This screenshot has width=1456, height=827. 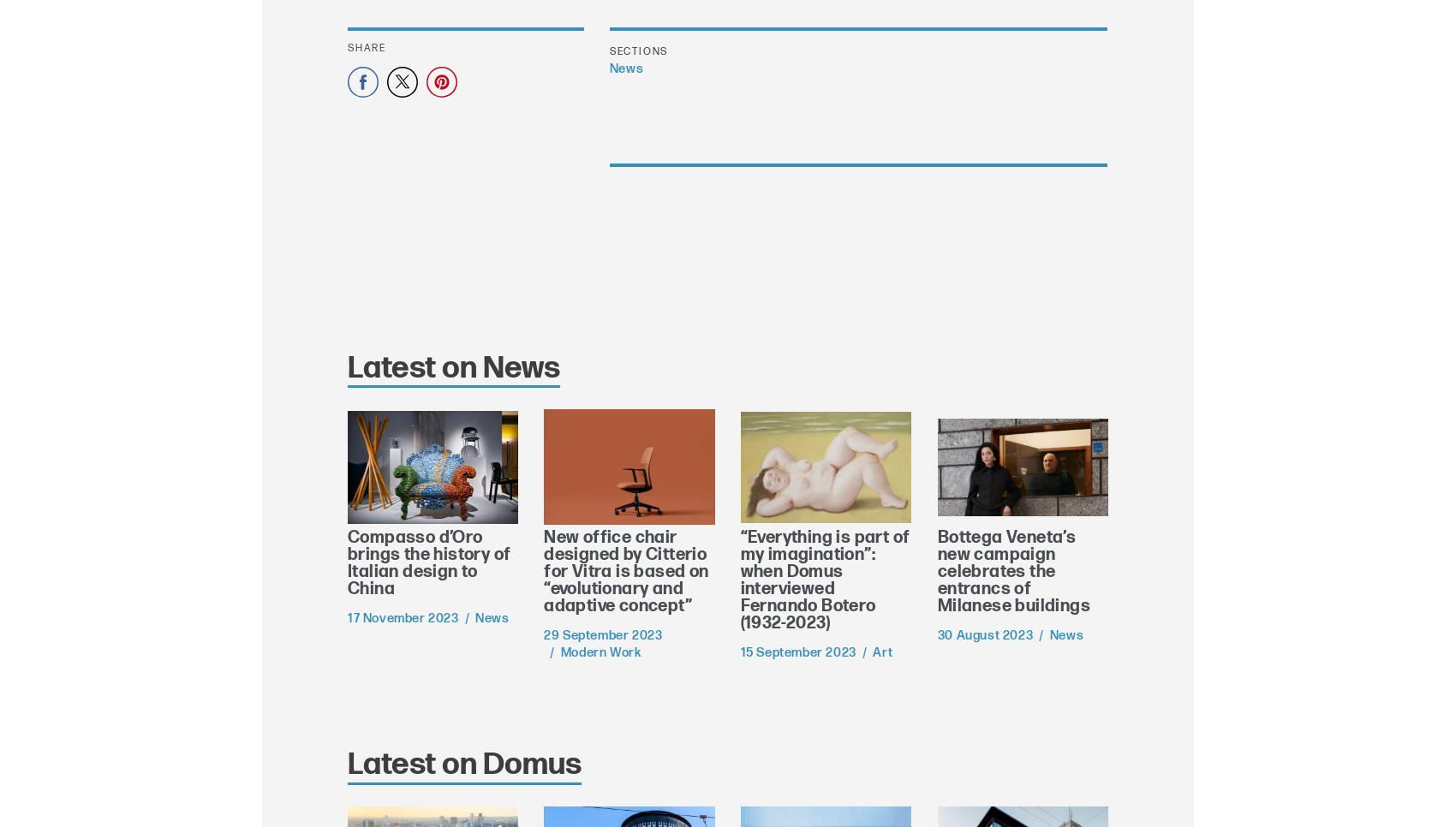 What do you see at coordinates (871, 651) in the screenshot?
I see `'Art'` at bounding box center [871, 651].